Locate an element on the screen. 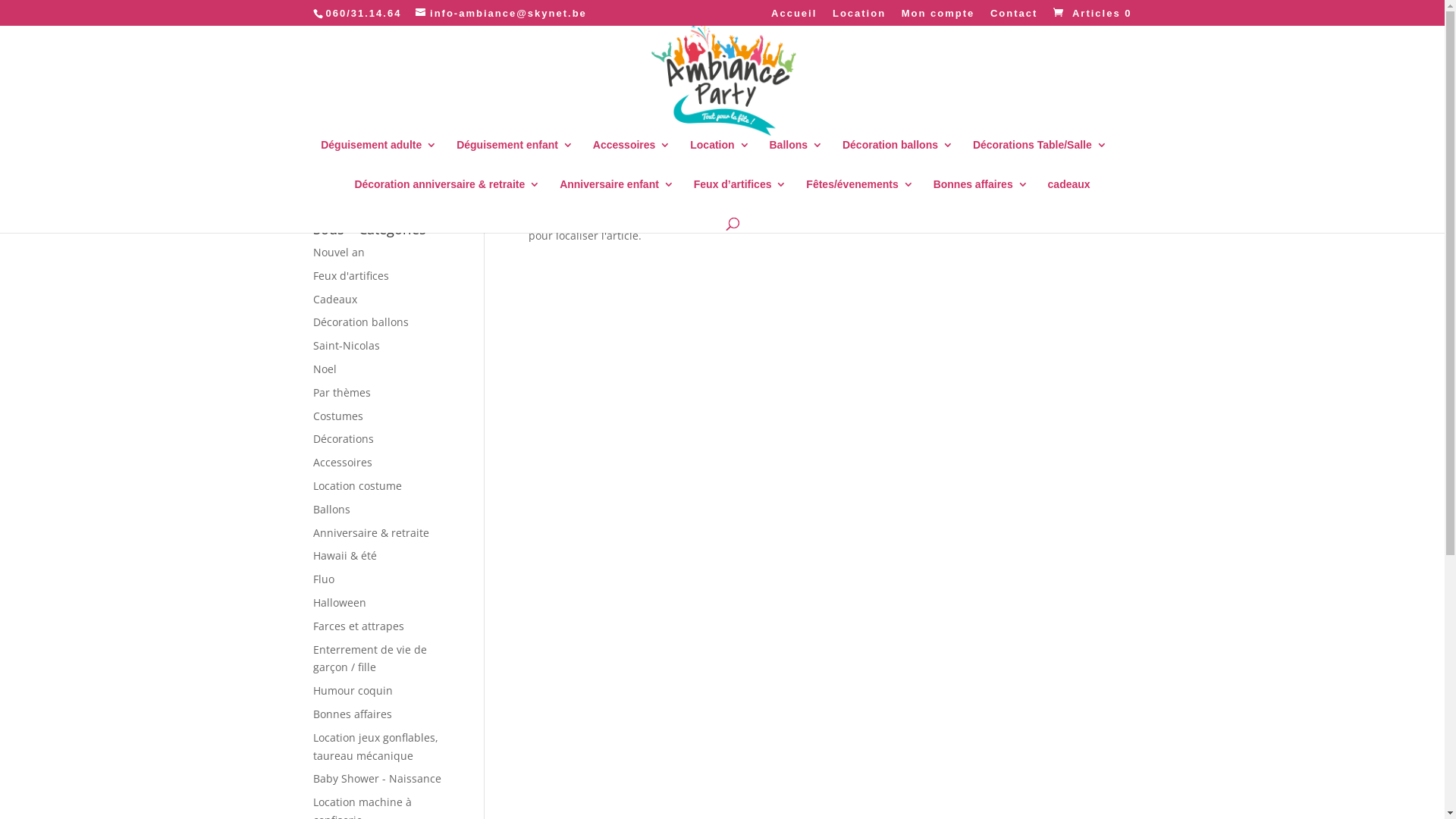  'Accueil' is located at coordinates (792, 17).